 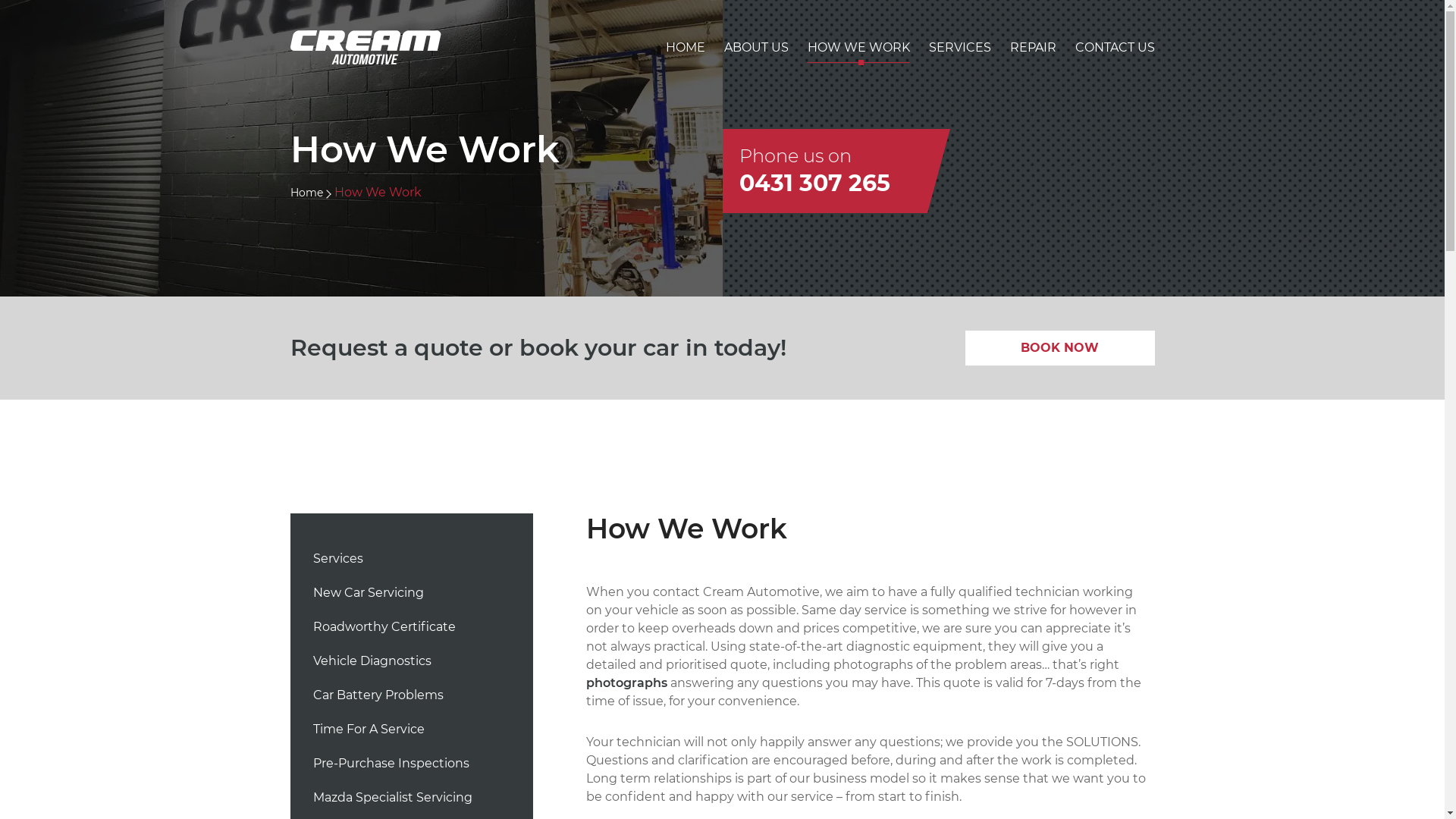 I want to click on 'Pre-Purchase Inspections', so click(x=390, y=769).